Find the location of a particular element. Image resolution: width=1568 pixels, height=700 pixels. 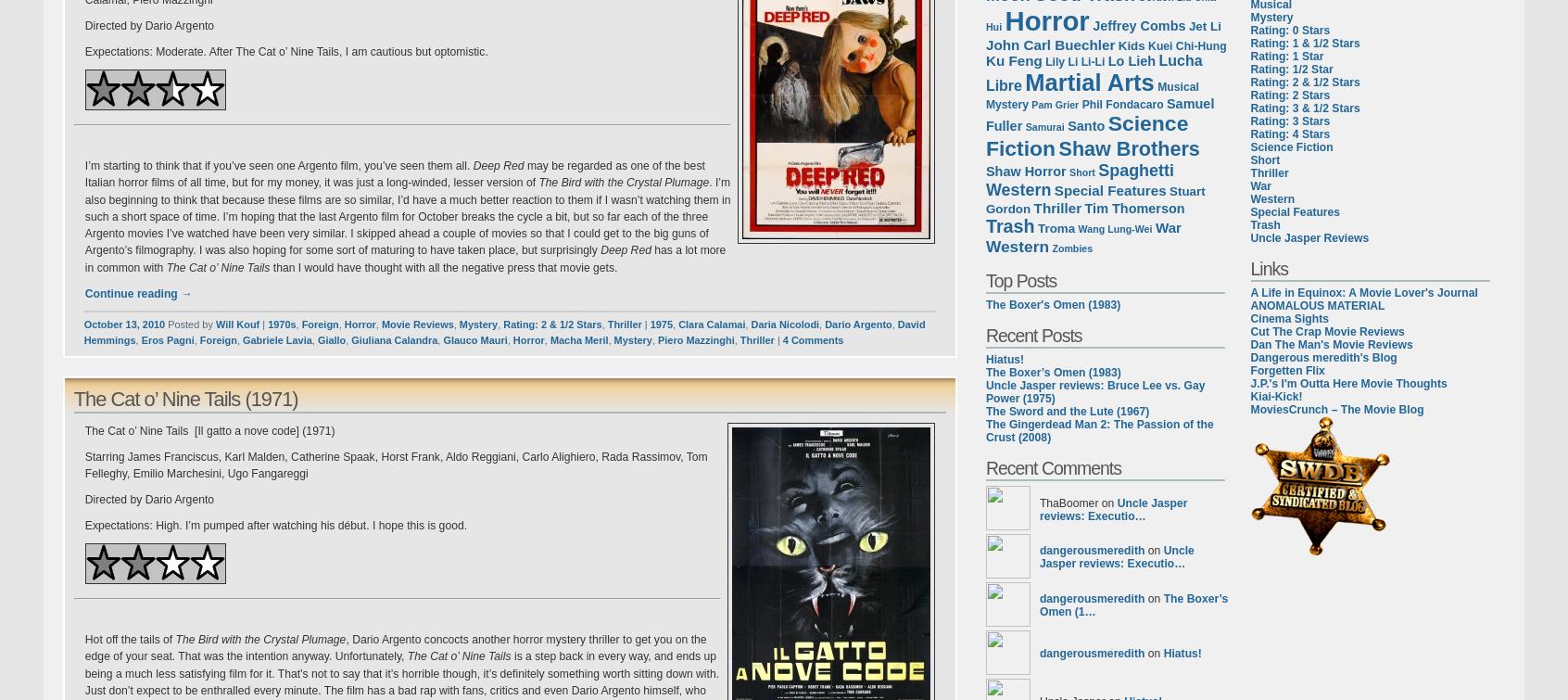

'1975' is located at coordinates (660, 325).